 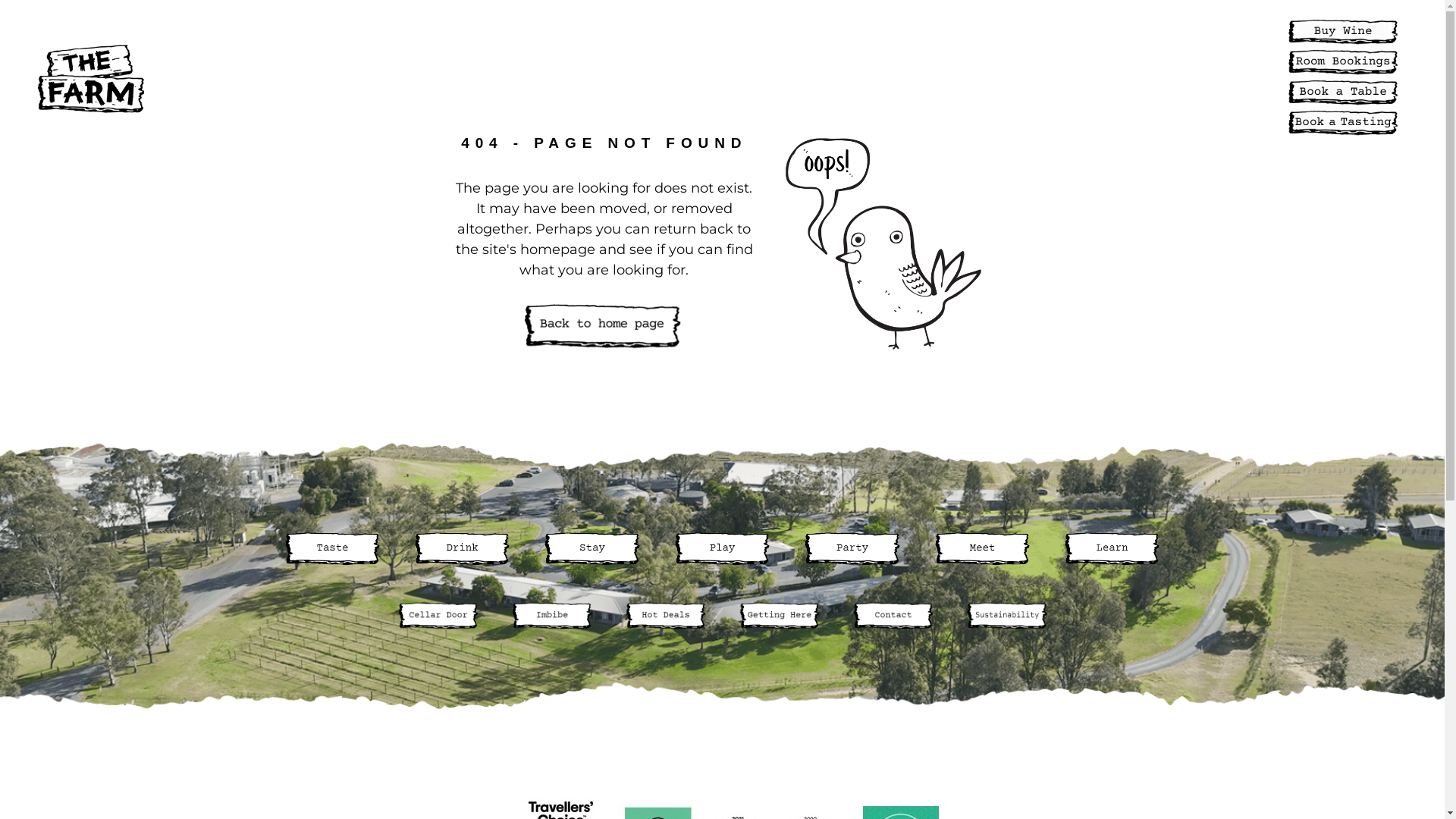 What do you see at coordinates (721, 548) in the screenshot?
I see `'Play-6'` at bounding box center [721, 548].